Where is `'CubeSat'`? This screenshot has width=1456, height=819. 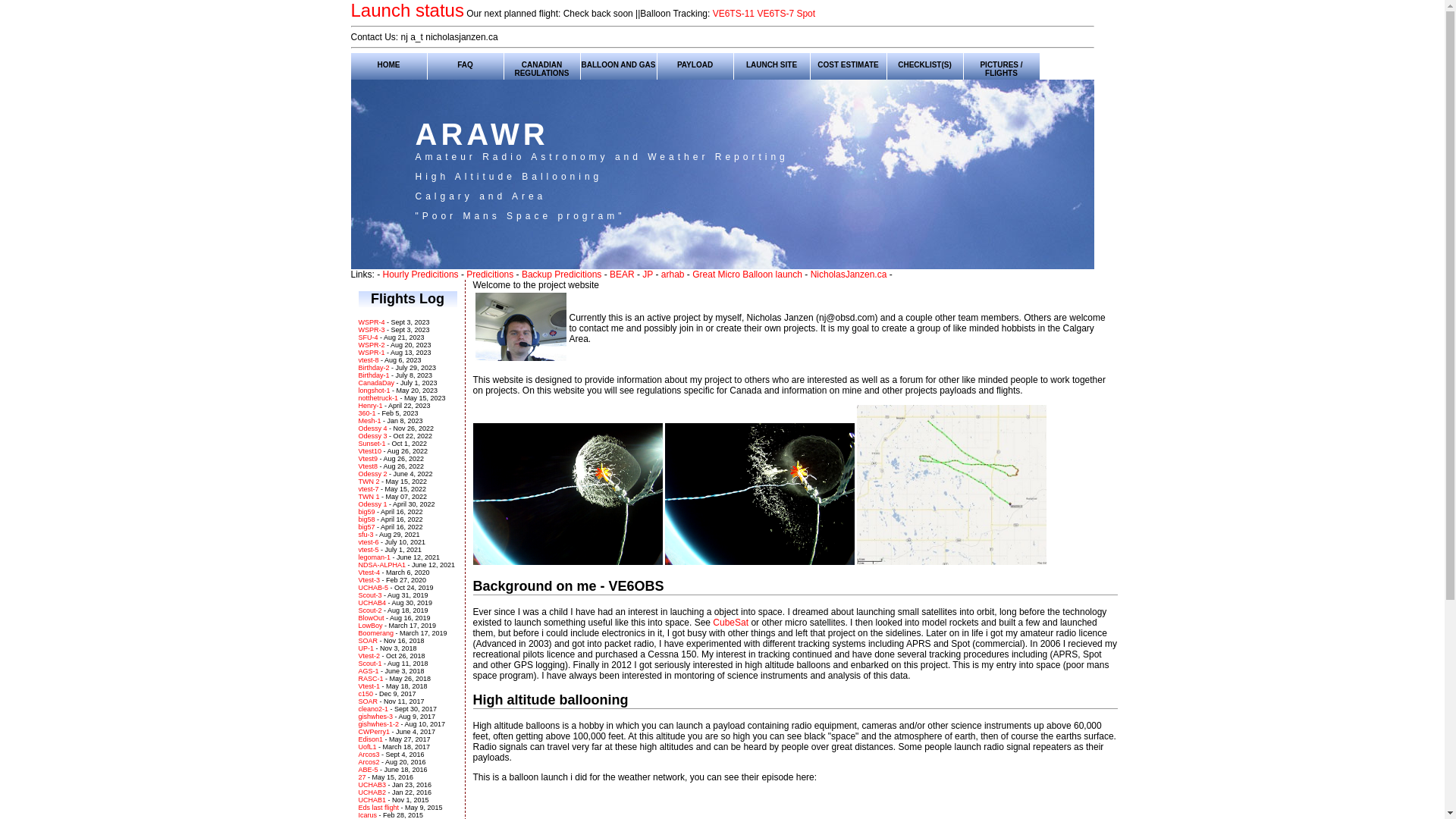
'CubeSat' is located at coordinates (712, 623).